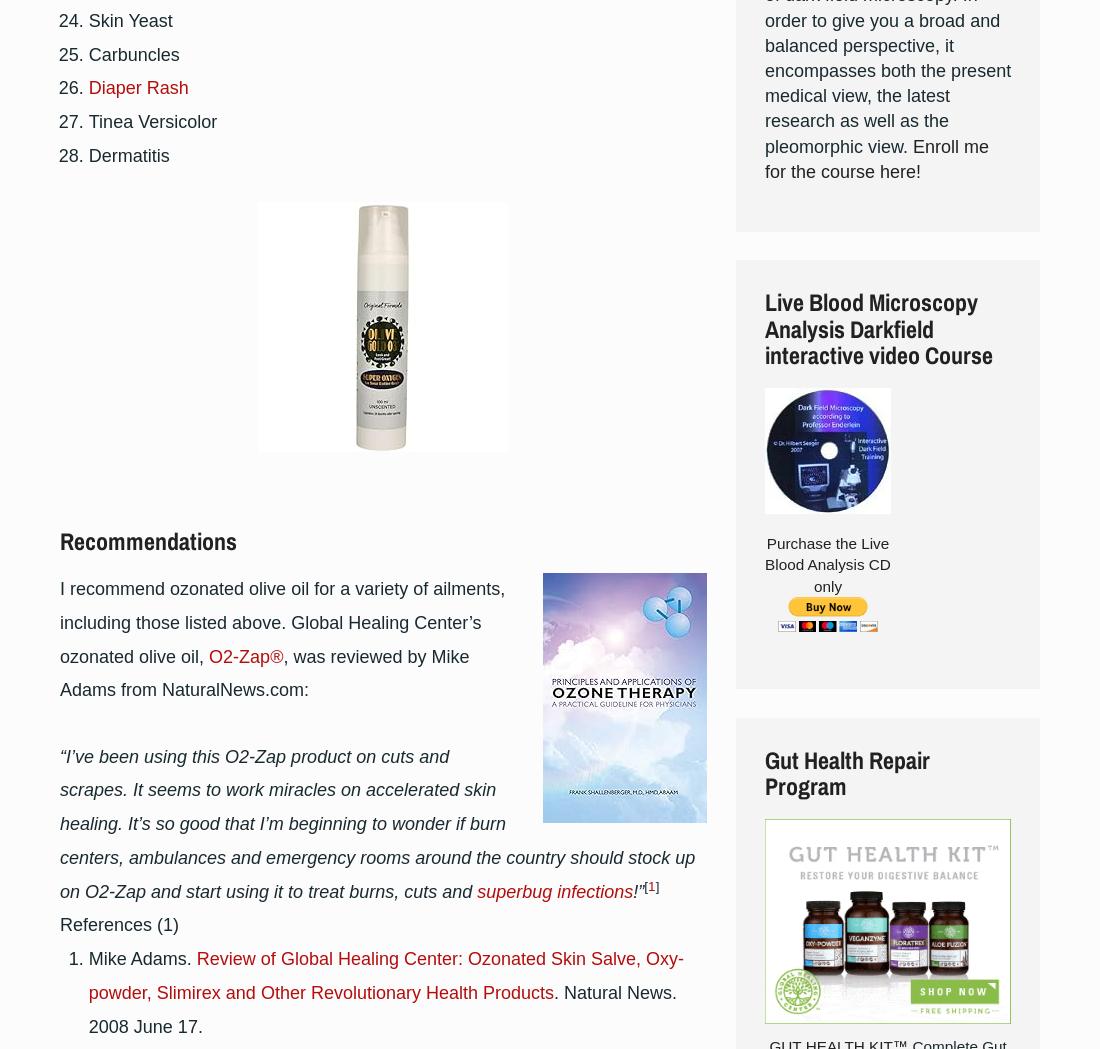 The width and height of the screenshot is (1100, 1049). I want to click on ', was reviewed by Mike Adams from NaturalNews.com:', so click(264, 672).